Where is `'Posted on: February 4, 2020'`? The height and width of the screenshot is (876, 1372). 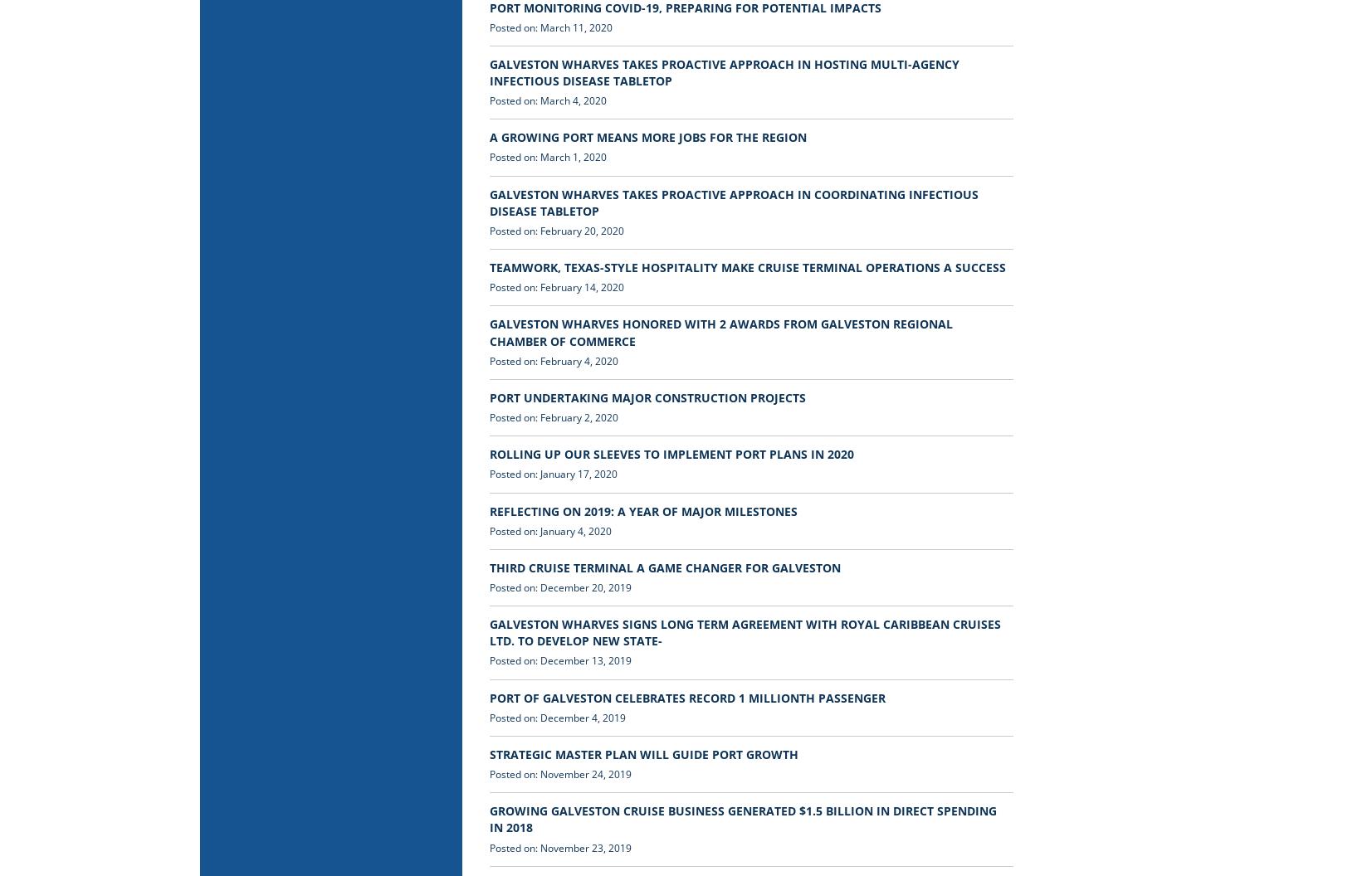
'Posted on: February 4, 2020' is located at coordinates (553, 360).